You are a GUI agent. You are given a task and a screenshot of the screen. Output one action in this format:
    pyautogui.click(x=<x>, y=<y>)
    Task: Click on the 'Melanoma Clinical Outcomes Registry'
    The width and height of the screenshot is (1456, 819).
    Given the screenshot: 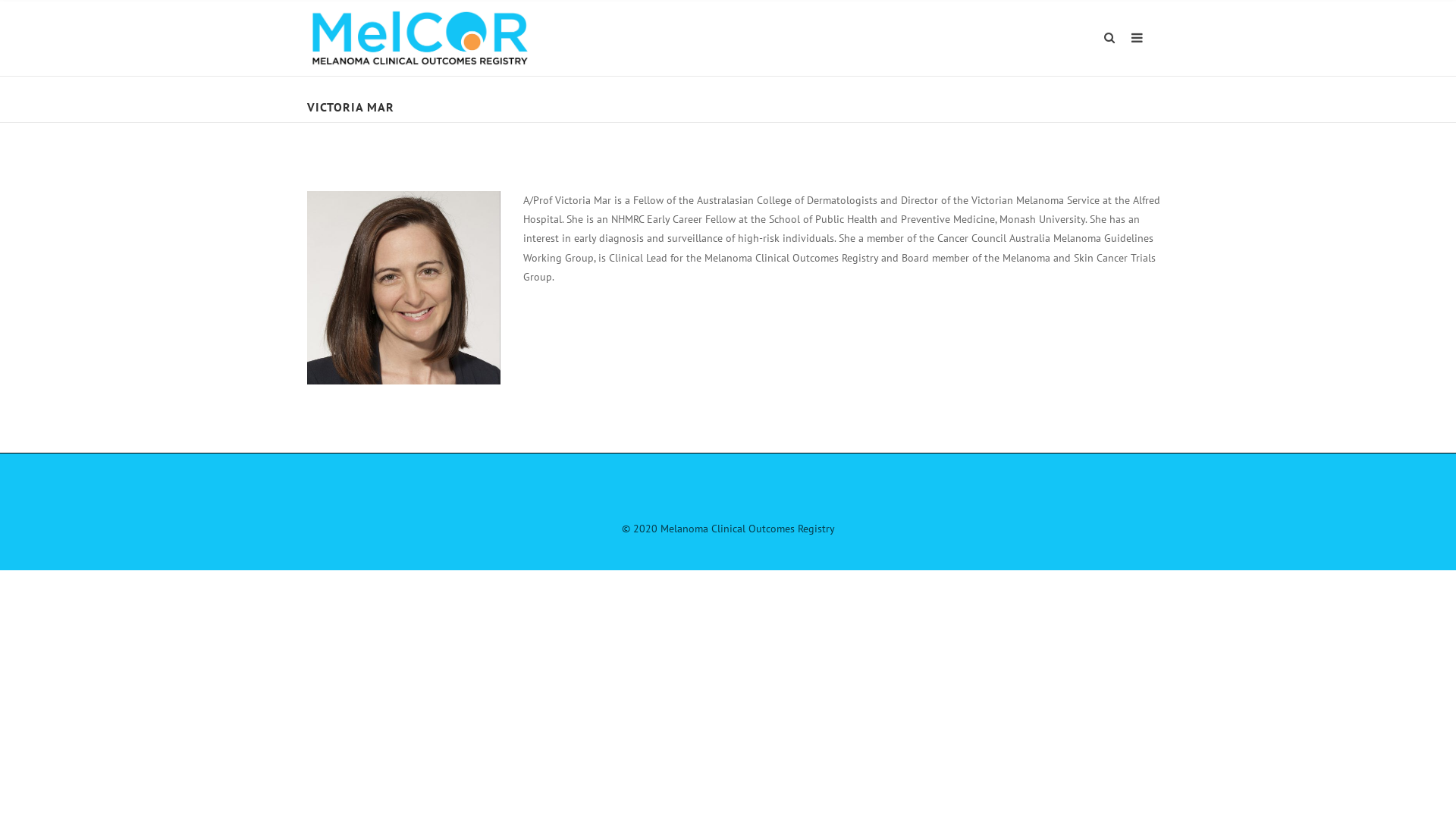 What is the action you would take?
    pyautogui.click(x=419, y=36)
    